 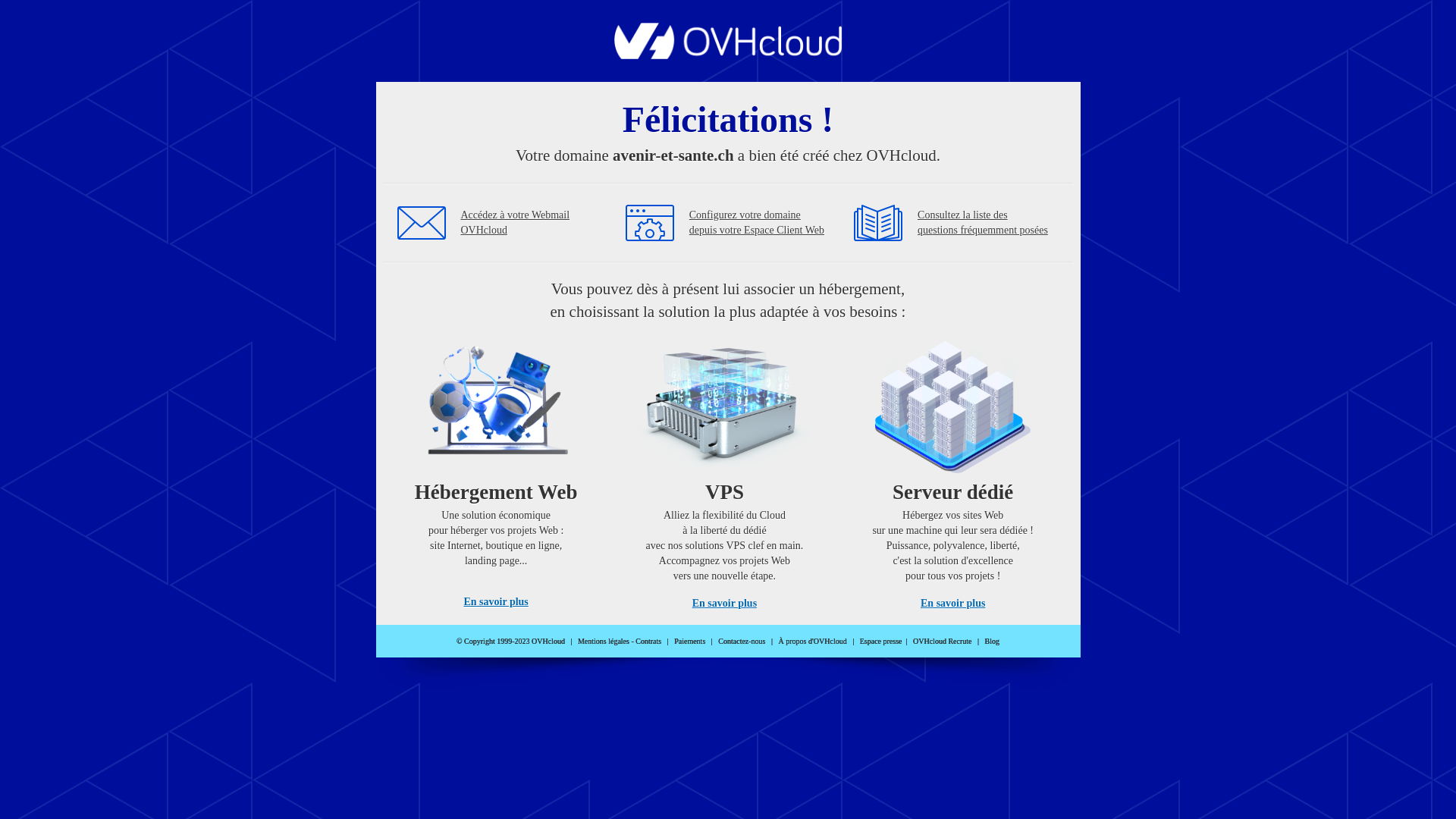 What do you see at coordinates (495, 601) in the screenshot?
I see `'En savoir plus'` at bounding box center [495, 601].